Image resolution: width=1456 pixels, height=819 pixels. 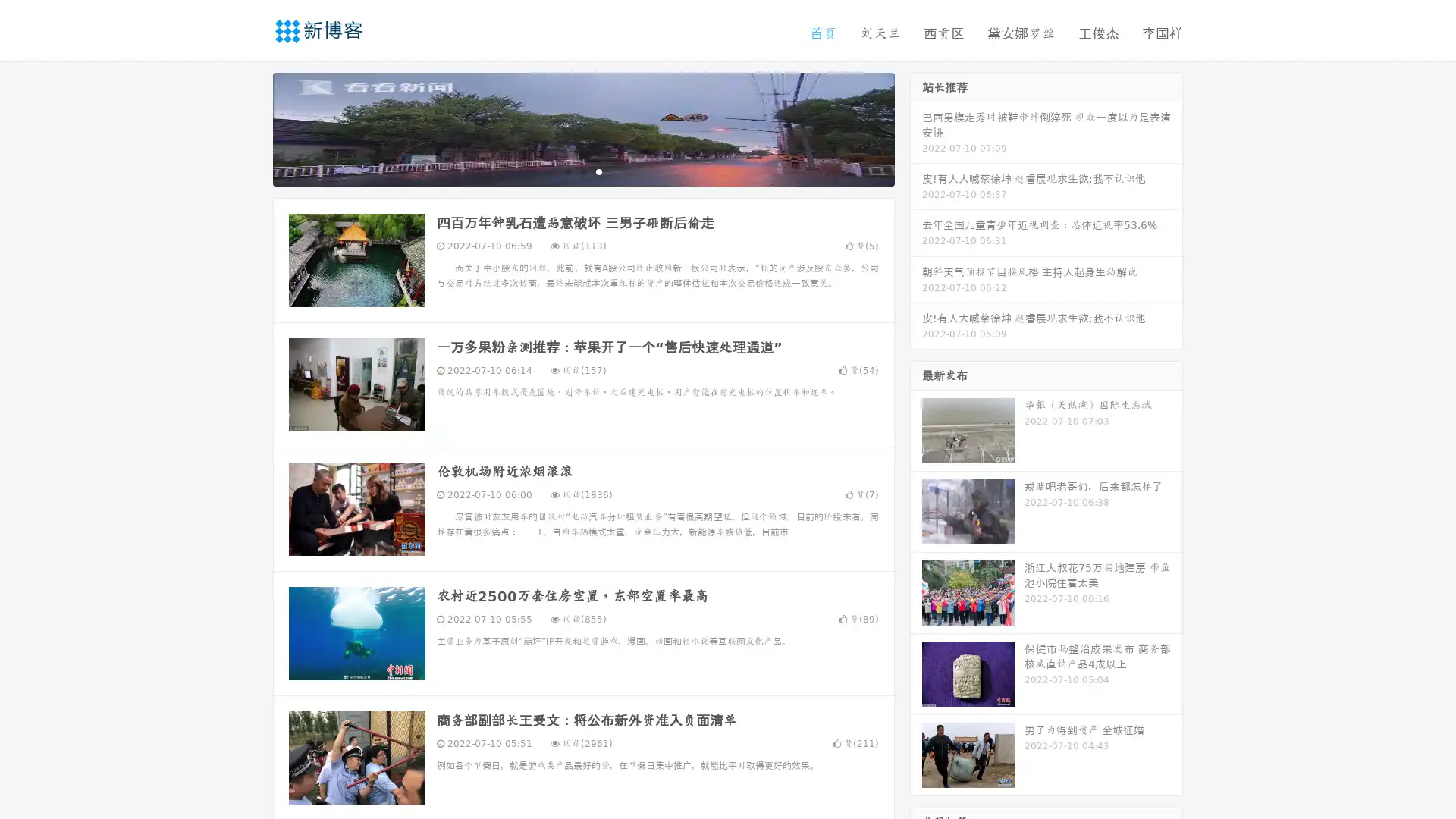 I want to click on Go to slide 3, so click(x=598, y=171).